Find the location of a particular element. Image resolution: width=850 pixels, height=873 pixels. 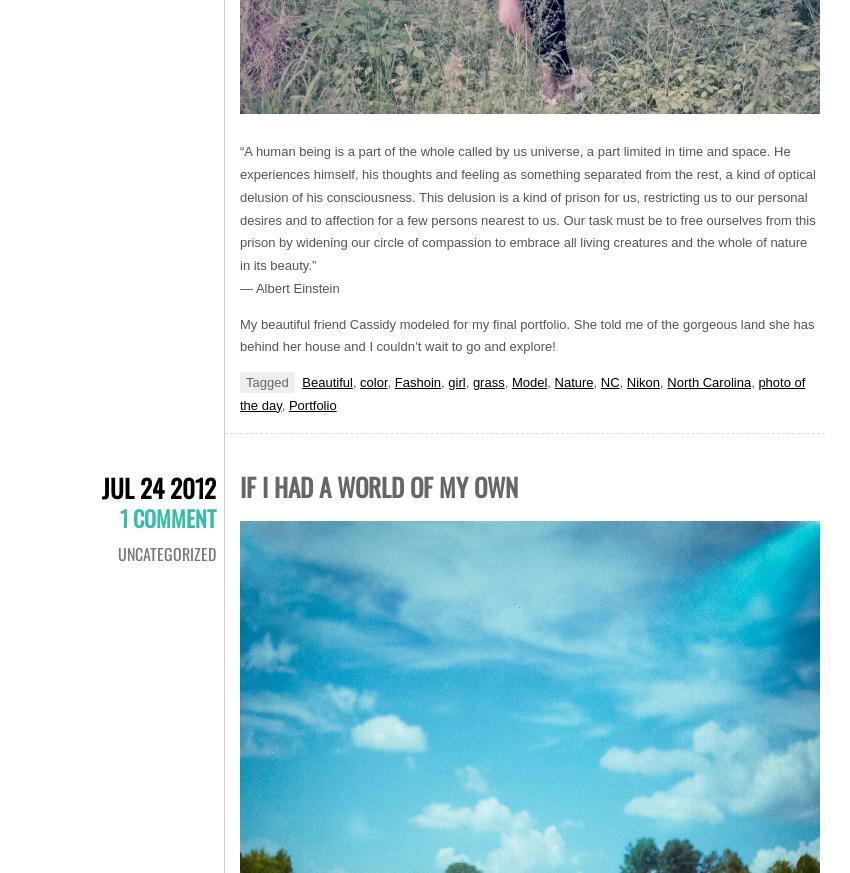

'1 Comment' is located at coordinates (119, 516).